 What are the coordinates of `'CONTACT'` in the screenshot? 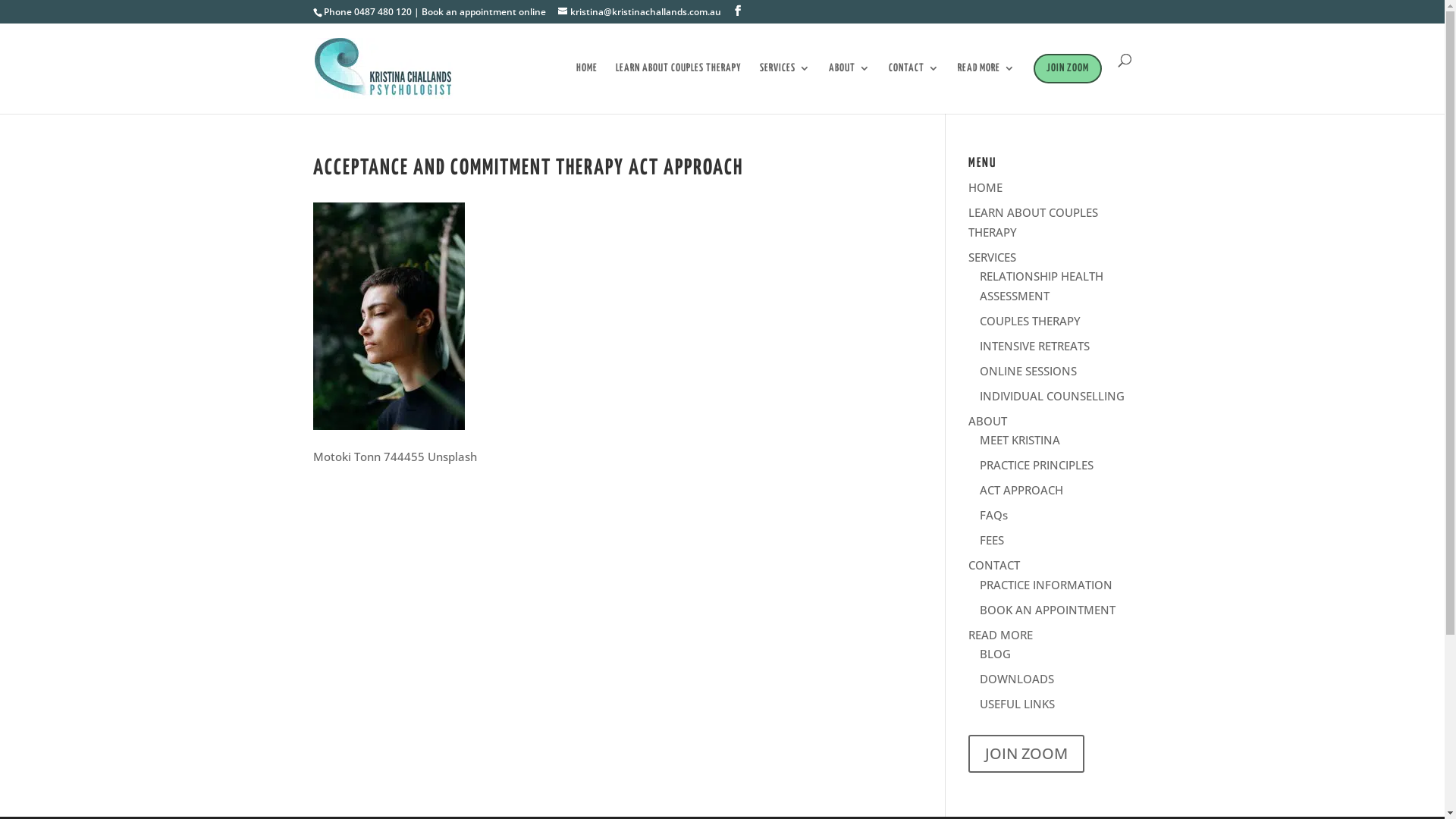 It's located at (913, 82).